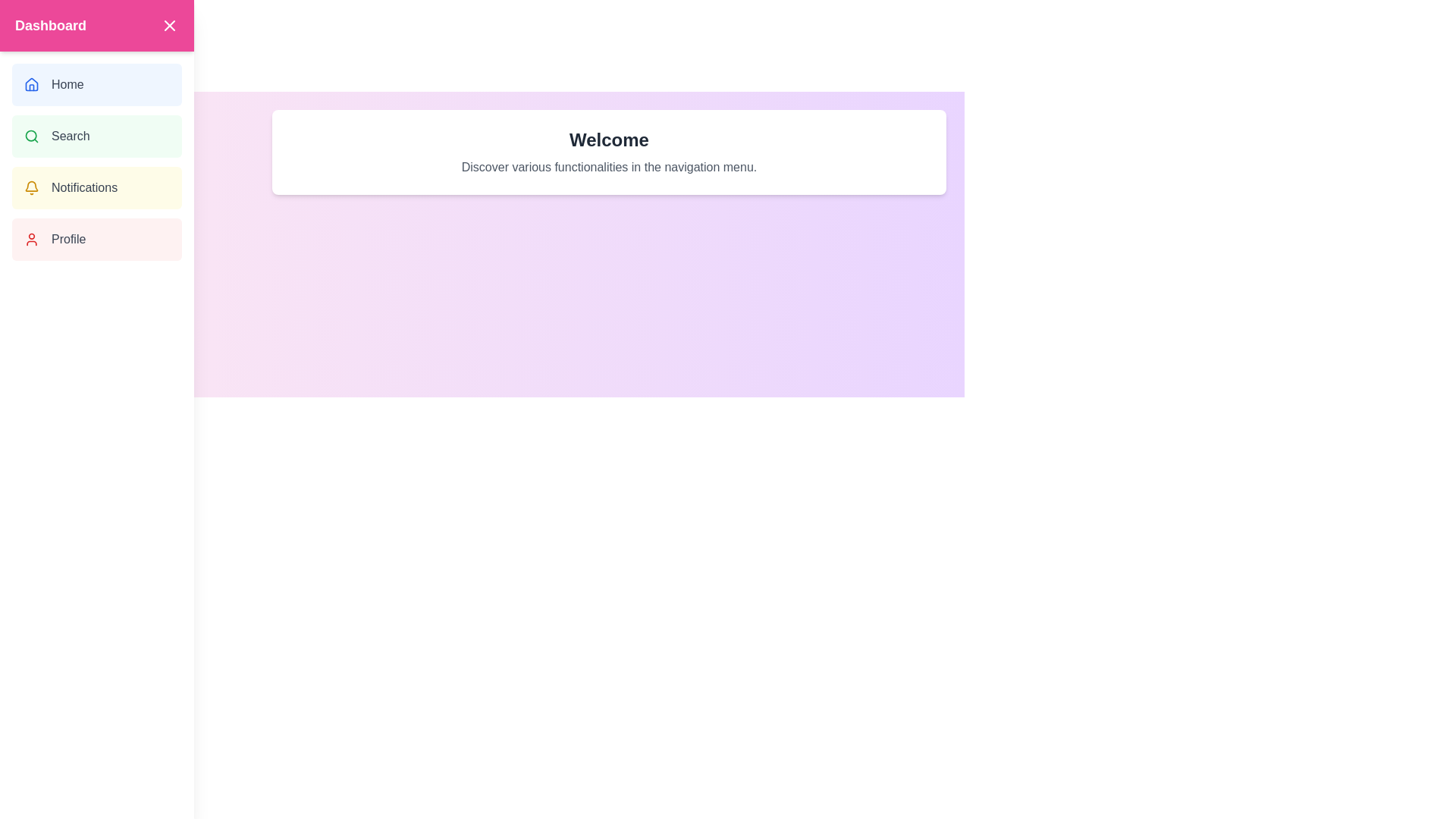 The image size is (1456, 819). Describe the element at coordinates (96, 84) in the screenshot. I see `the navigation button located at the top of the vertical list in the left-hand menu` at that location.